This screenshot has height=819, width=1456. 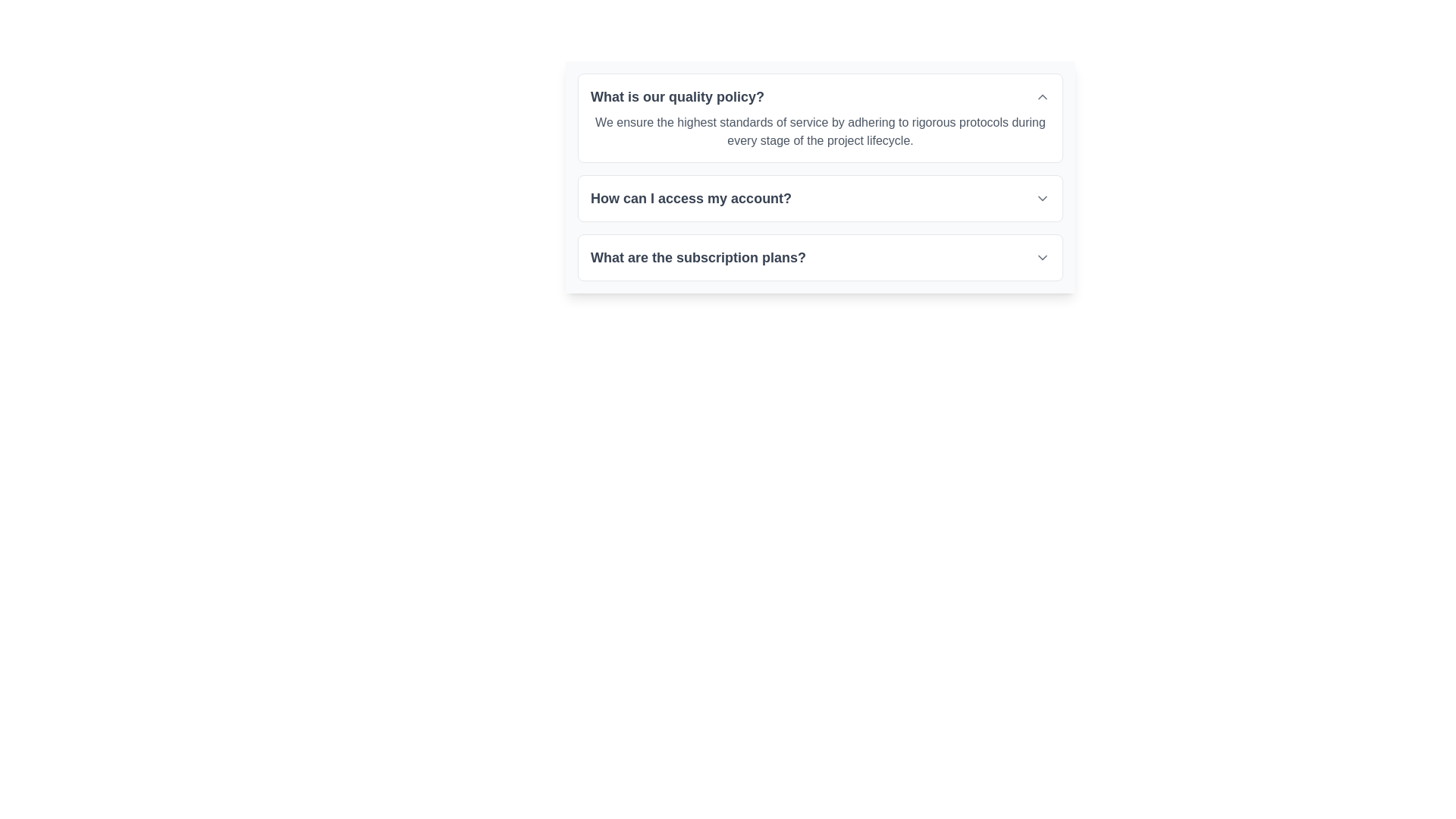 I want to click on the downward-pointing chevron icon located to the right of the list item labeled 'What are the subscription plans?', so click(x=1041, y=256).